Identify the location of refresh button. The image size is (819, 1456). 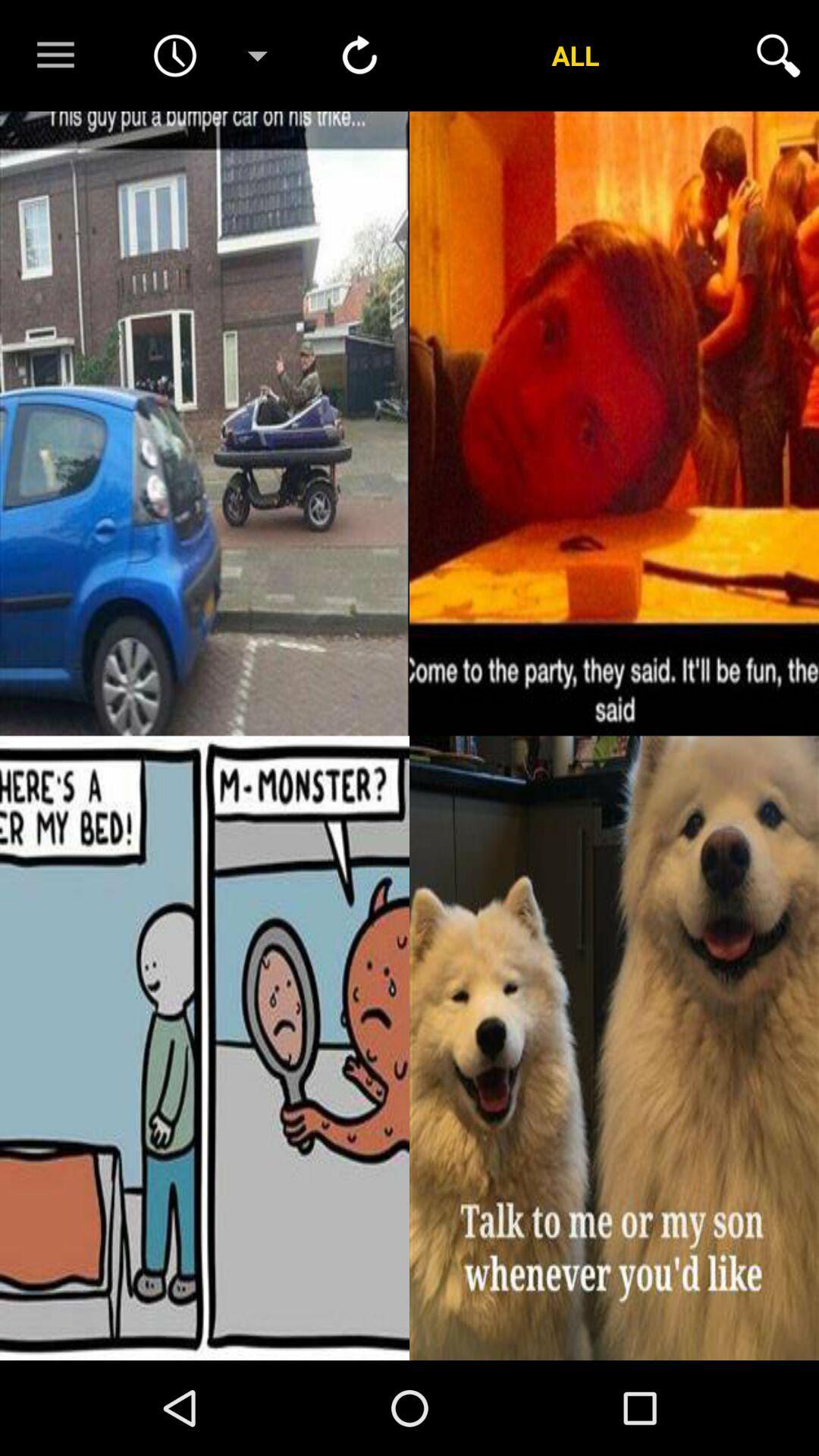
(359, 55).